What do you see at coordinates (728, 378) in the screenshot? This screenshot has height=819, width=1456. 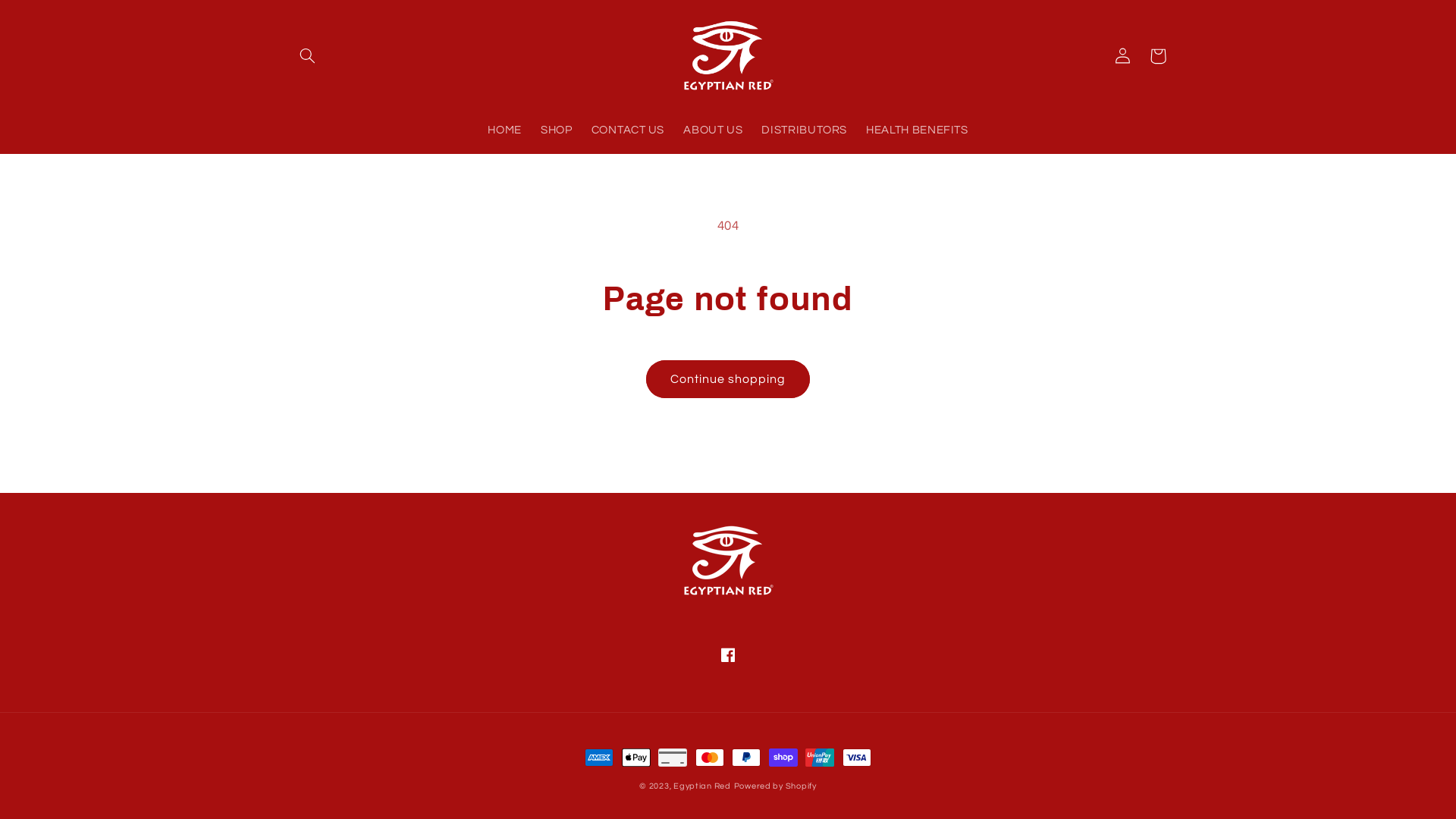 I see `'Continue shopping'` at bounding box center [728, 378].